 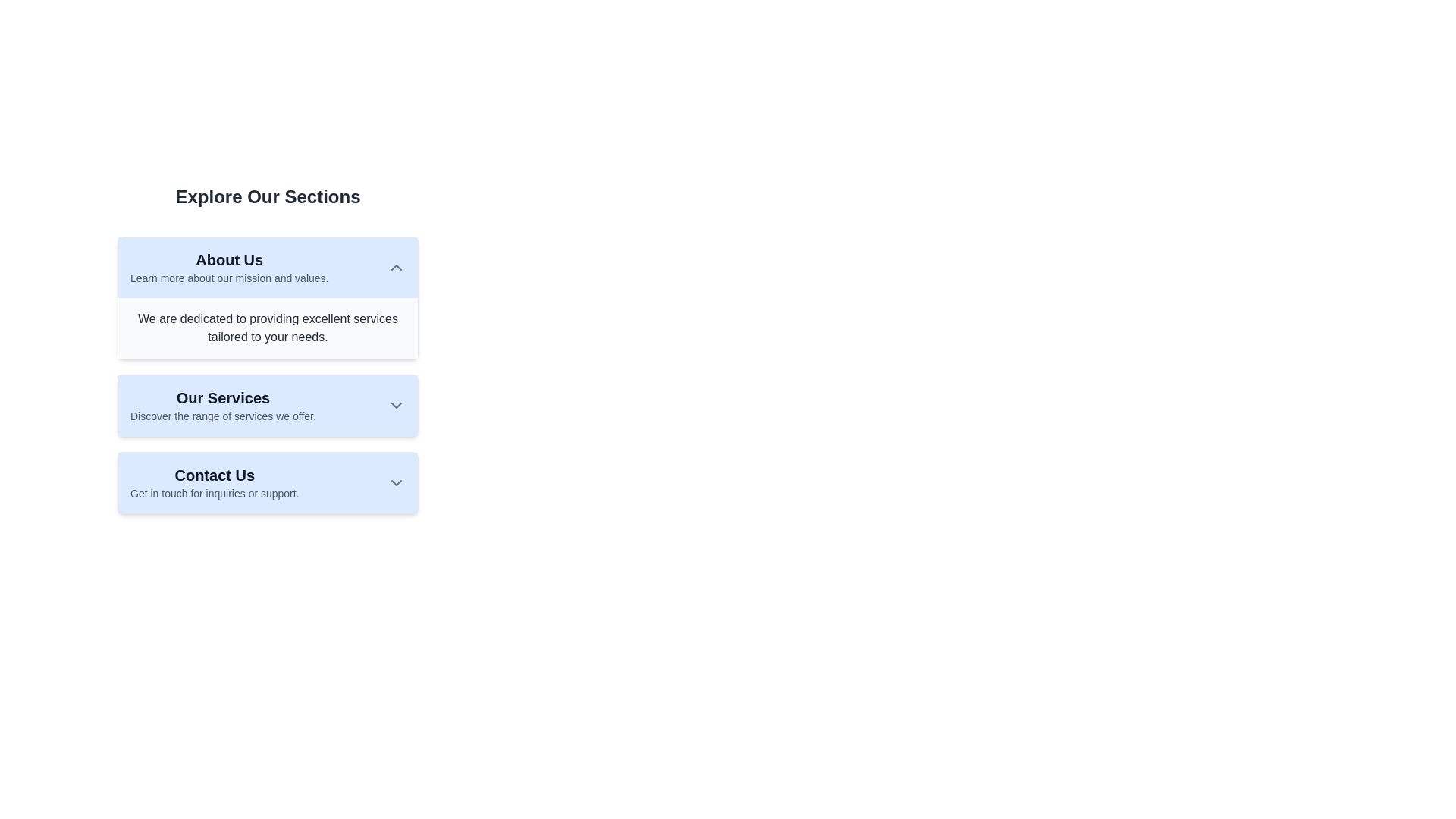 I want to click on the 'Our Services' expandable section header, which is a rectangular button with a light blue background containing the text 'Our Services' and a chevron-down icon, so click(x=268, y=405).